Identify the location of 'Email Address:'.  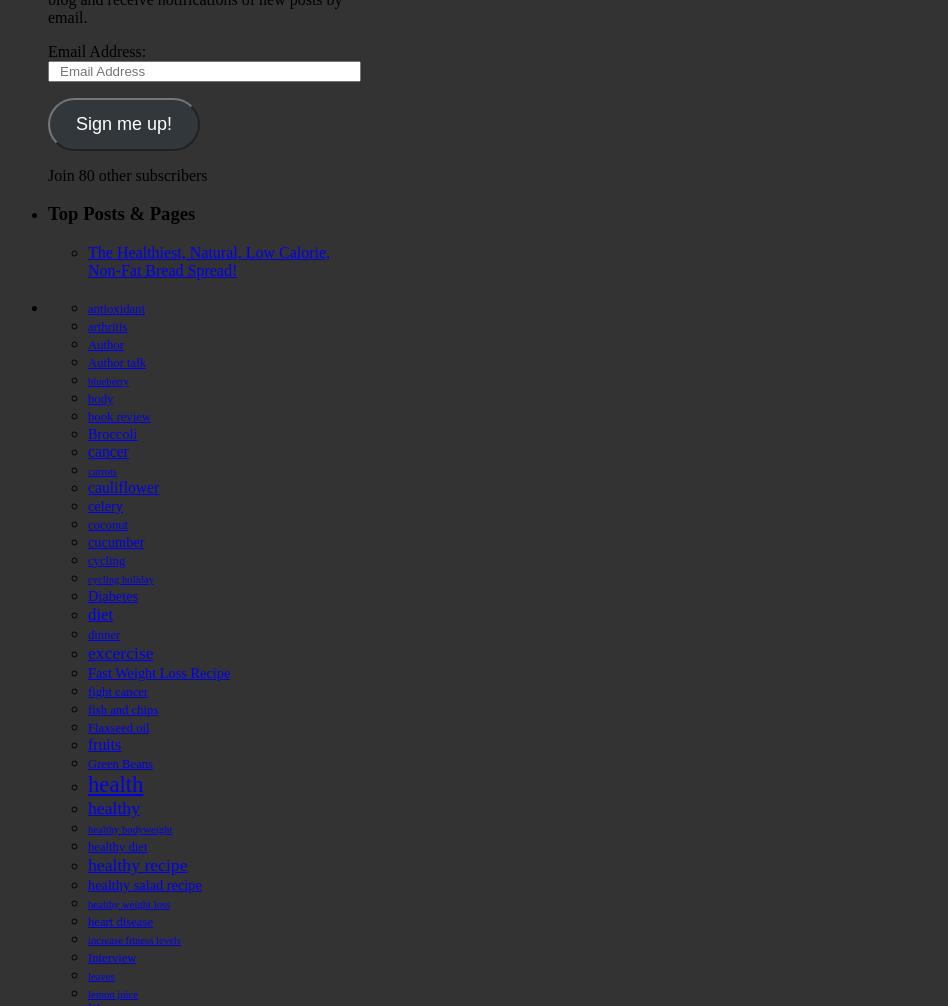
(96, 50).